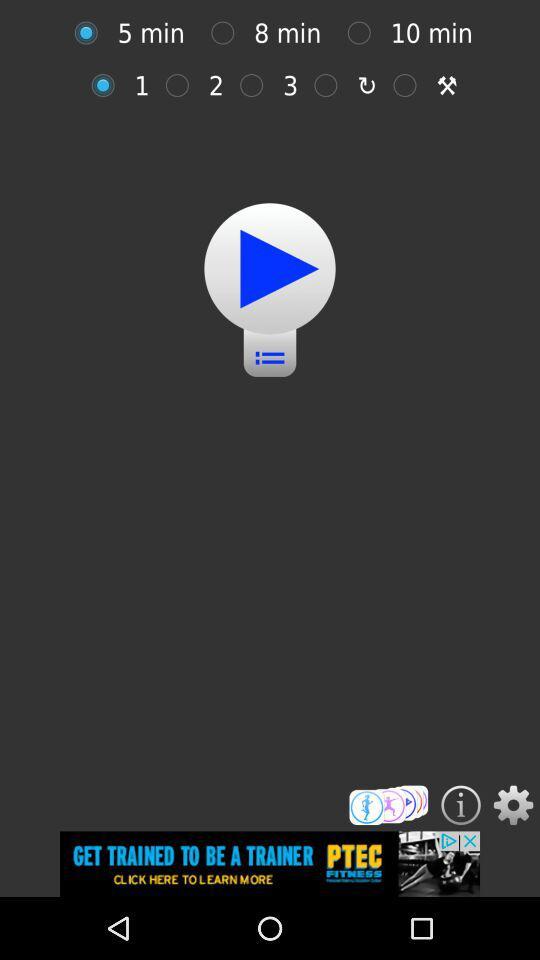 This screenshot has height=960, width=540. What do you see at coordinates (256, 85) in the screenshot?
I see `3` at bounding box center [256, 85].